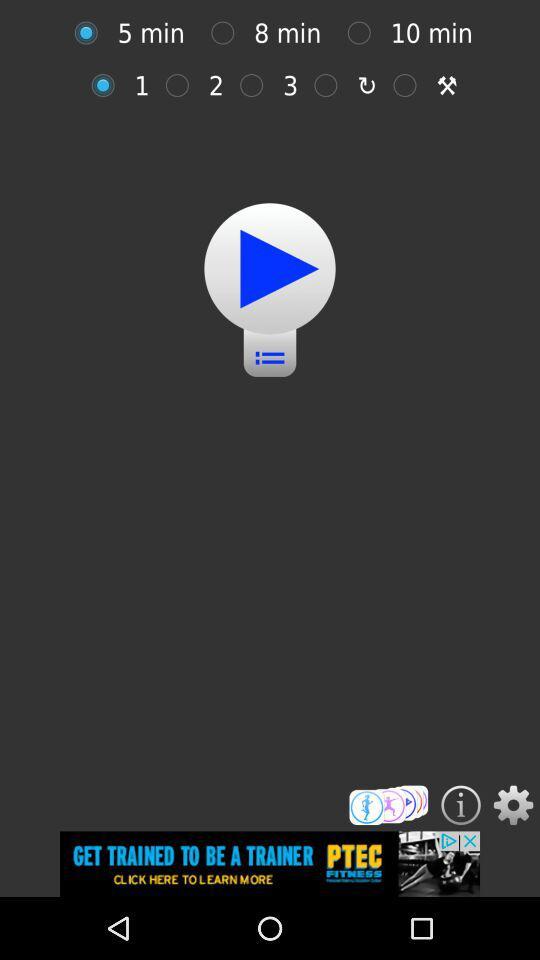 This screenshot has height=960, width=540. What do you see at coordinates (256, 85) in the screenshot?
I see `3` at bounding box center [256, 85].